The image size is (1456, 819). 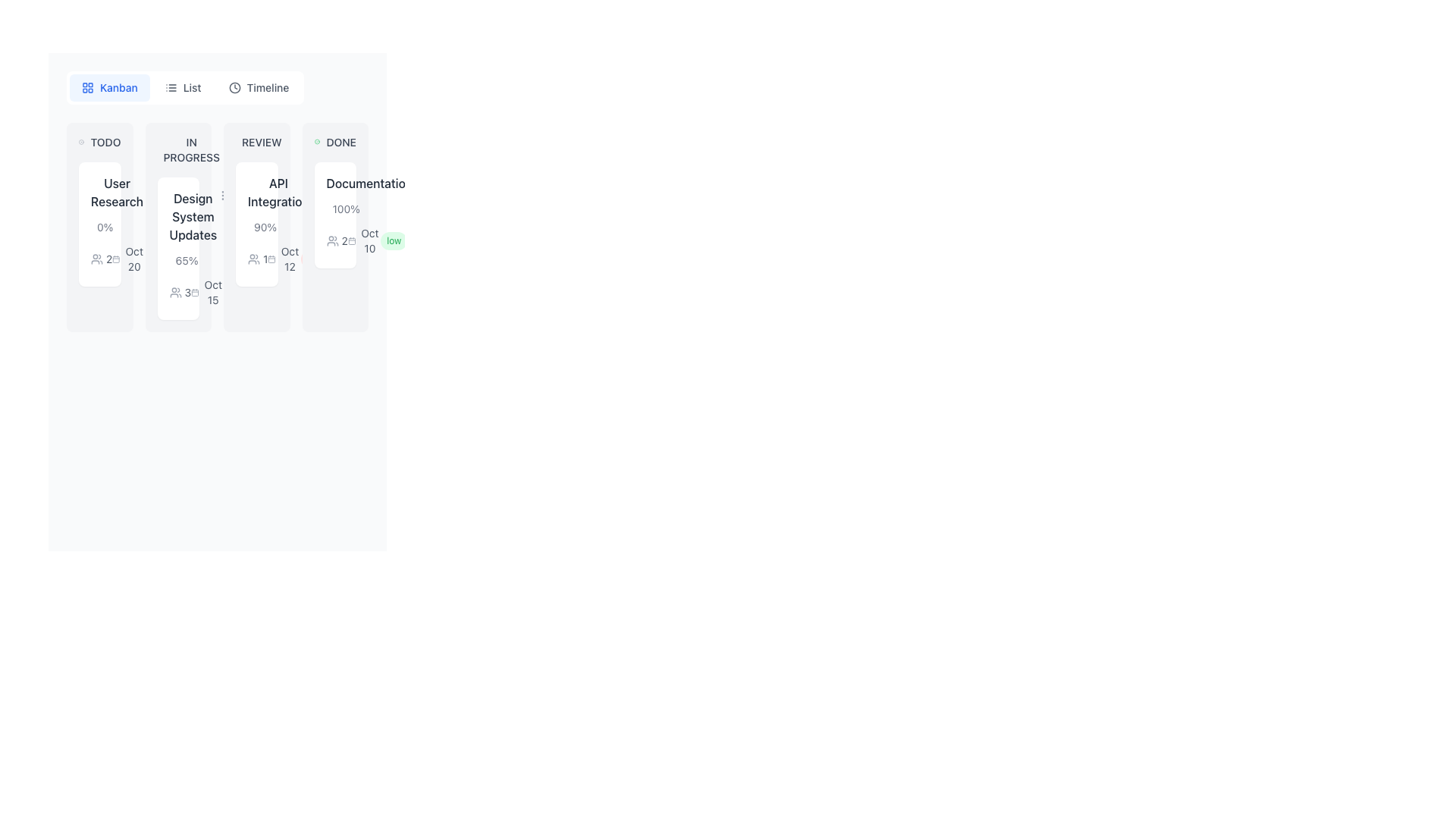 What do you see at coordinates (369, 240) in the screenshot?
I see `the Text Label displaying 'Oct 10', which is styled in gray and located under a calendar icon in the fourth column titled 'DONE'` at bounding box center [369, 240].